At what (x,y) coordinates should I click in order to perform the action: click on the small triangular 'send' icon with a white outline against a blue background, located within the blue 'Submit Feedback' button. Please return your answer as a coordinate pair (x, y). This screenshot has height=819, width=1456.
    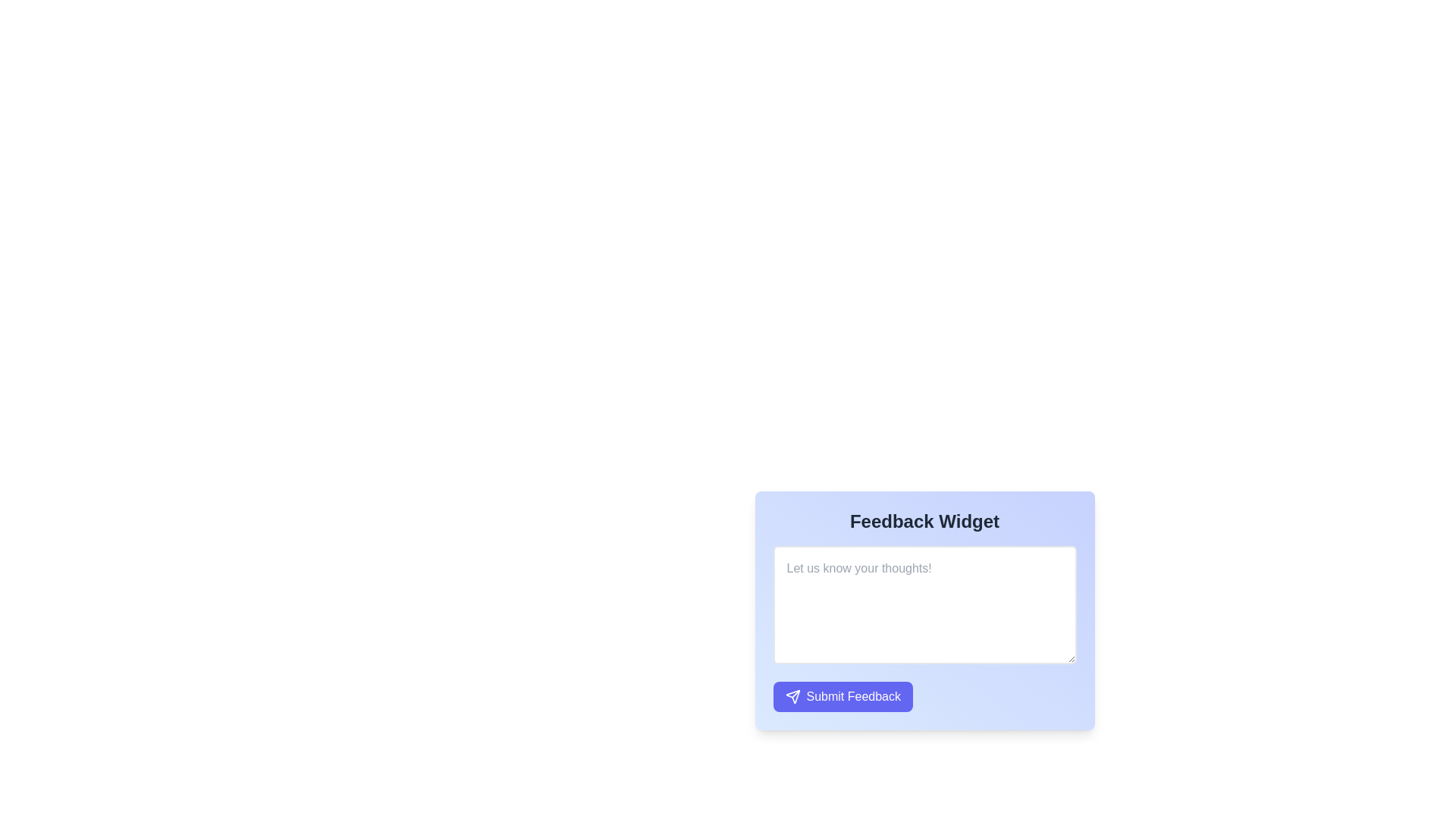
    Looking at the image, I should click on (792, 696).